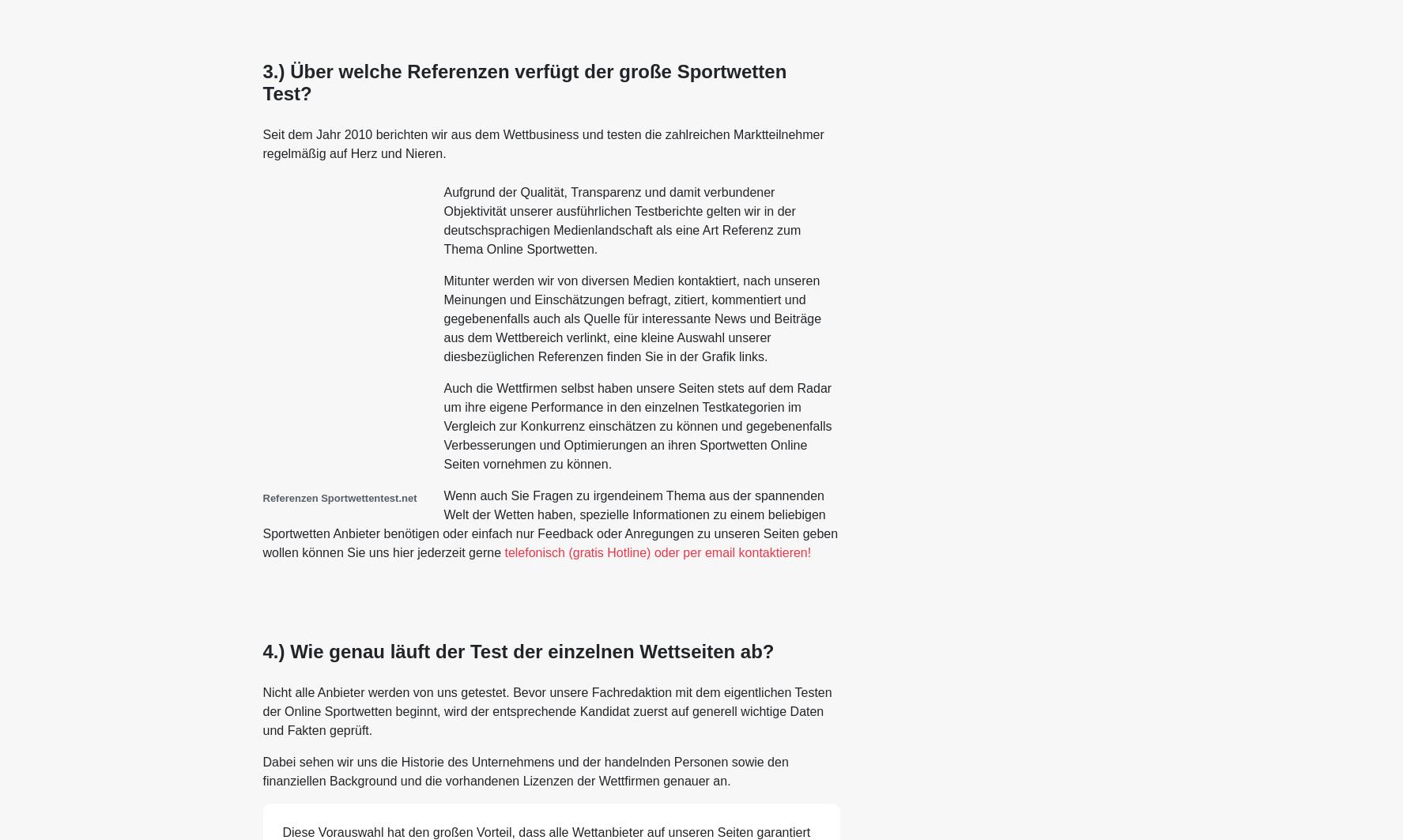  What do you see at coordinates (541, 144) in the screenshot?
I see `'Seit dem Jahr 2010 berichten wir aus dem Wettbusiness und testen die zahlreichen Marktteilnehmer regelmäßig auf Herz und Nieren.'` at bounding box center [541, 144].